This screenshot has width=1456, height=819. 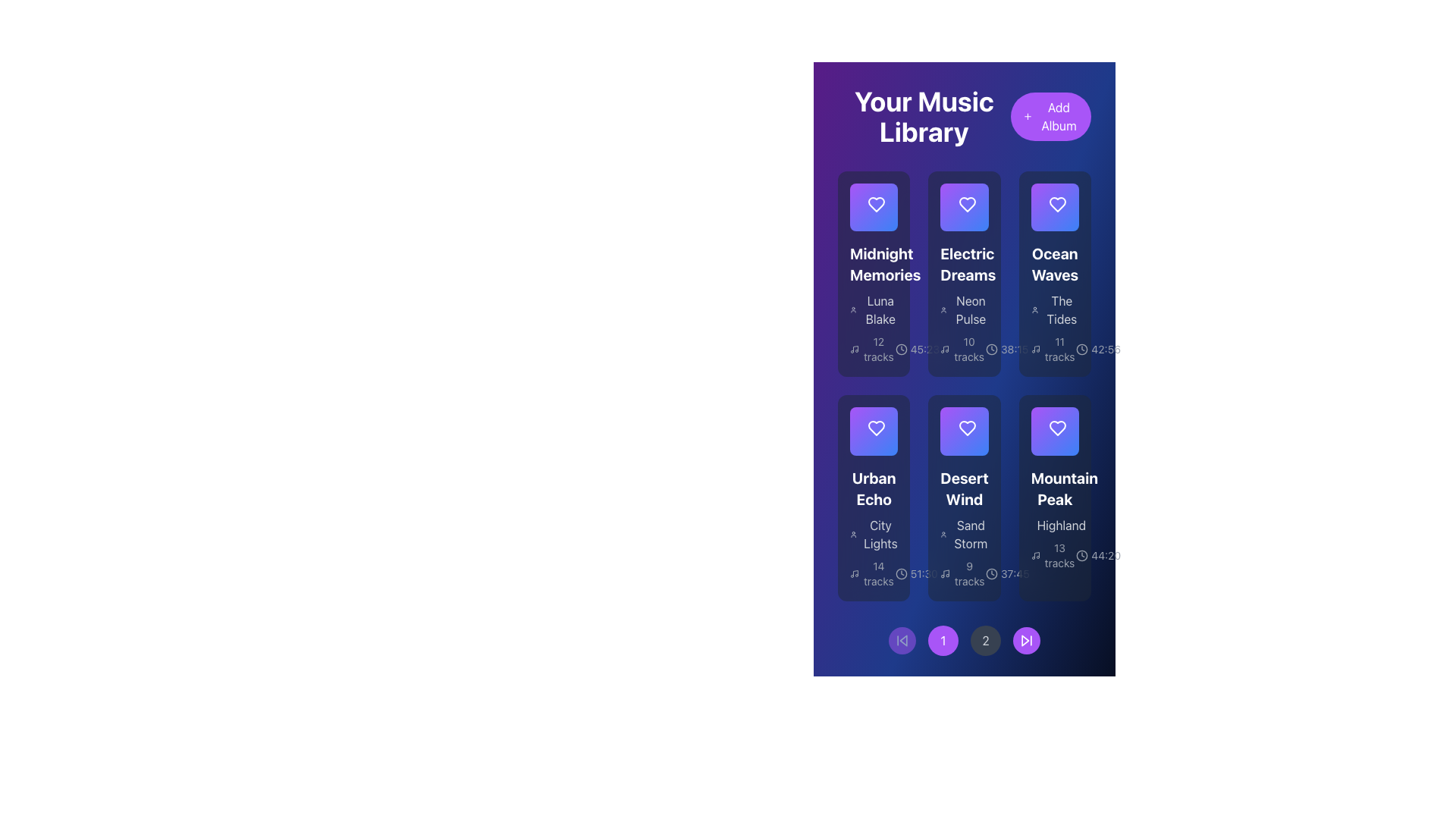 I want to click on the text label that displays the title of a music album in the user's library, positioned in the second column of the first row of the album grid layout, so click(x=964, y=264).